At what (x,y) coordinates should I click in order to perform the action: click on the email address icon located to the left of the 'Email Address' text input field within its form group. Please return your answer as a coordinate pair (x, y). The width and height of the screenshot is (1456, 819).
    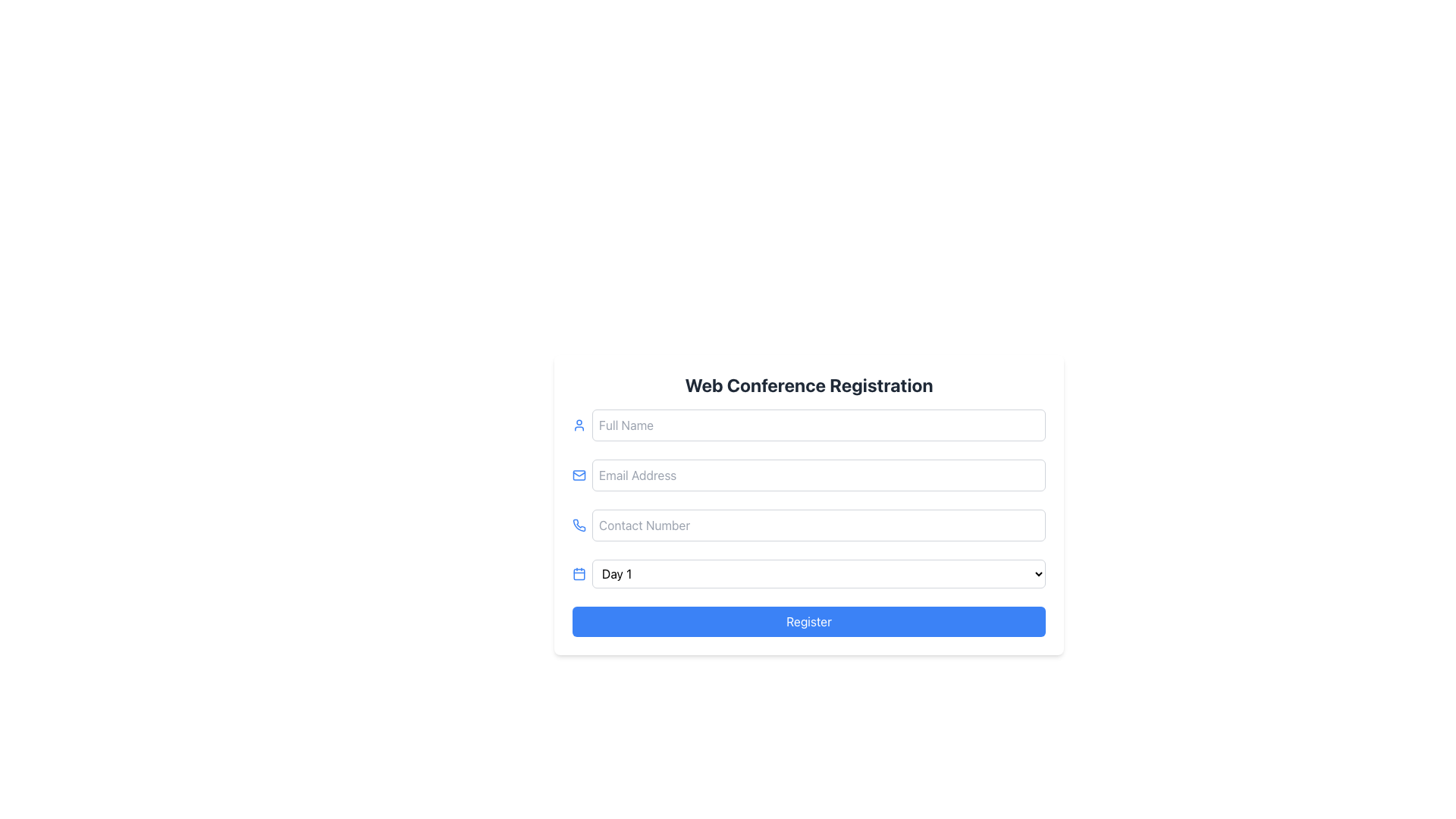
    Looking at the image, I should click on (578, 475).